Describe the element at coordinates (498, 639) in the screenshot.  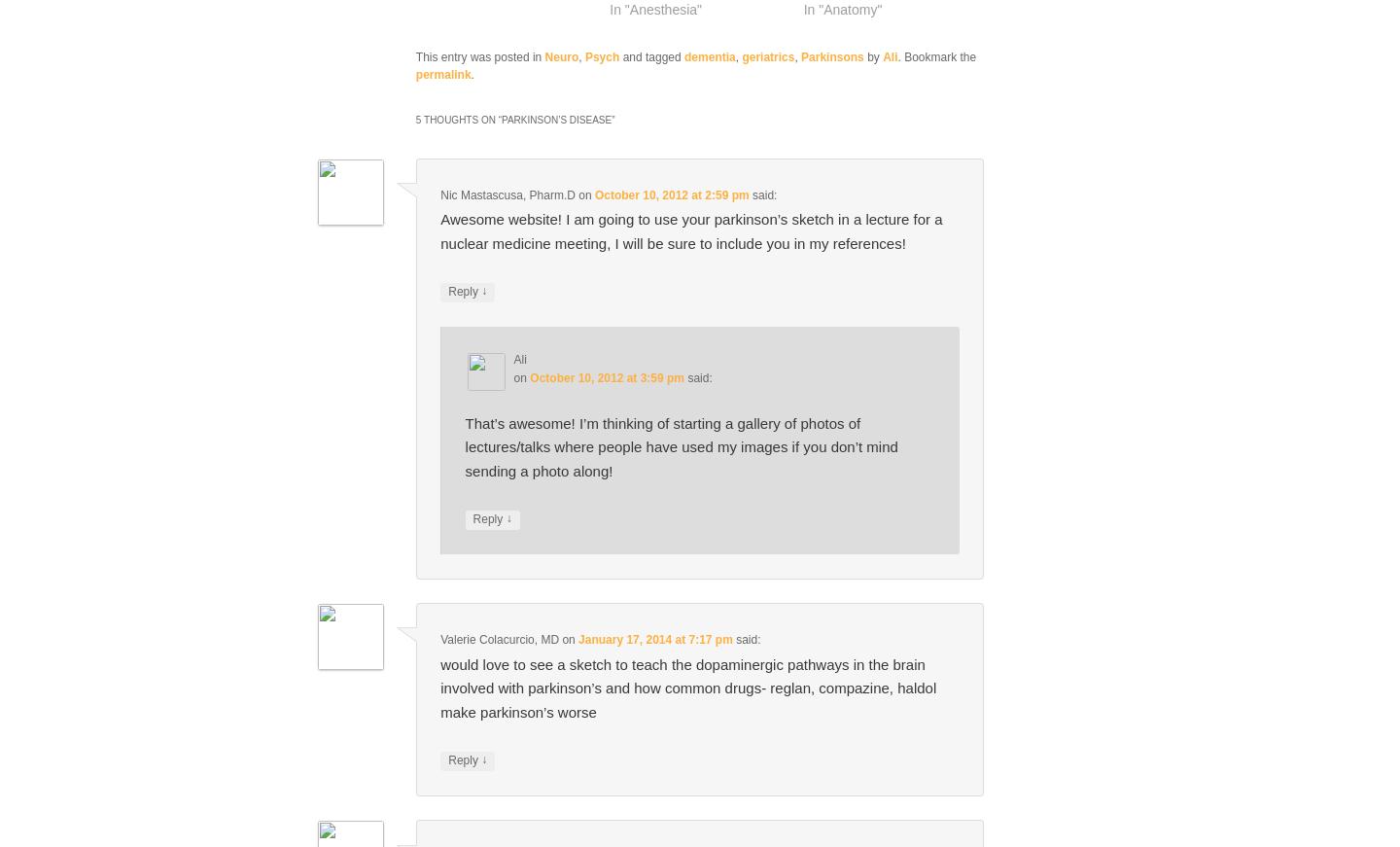
I see `'Valerie Colacurcio, MD'` at that location.